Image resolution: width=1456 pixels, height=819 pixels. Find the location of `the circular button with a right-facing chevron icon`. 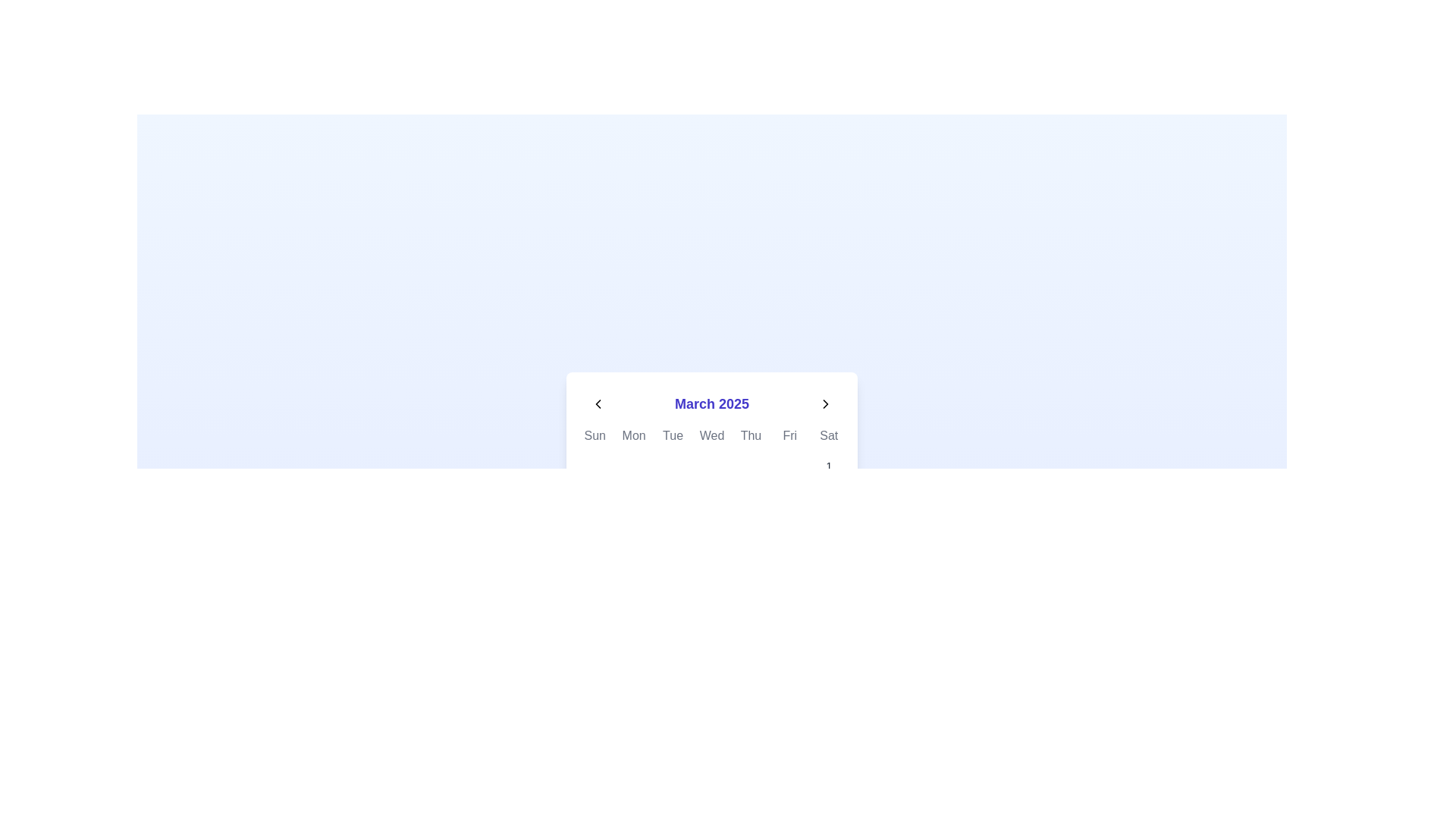

the circular button with a right-facing chevron icon is located at coordinates (825, 403).